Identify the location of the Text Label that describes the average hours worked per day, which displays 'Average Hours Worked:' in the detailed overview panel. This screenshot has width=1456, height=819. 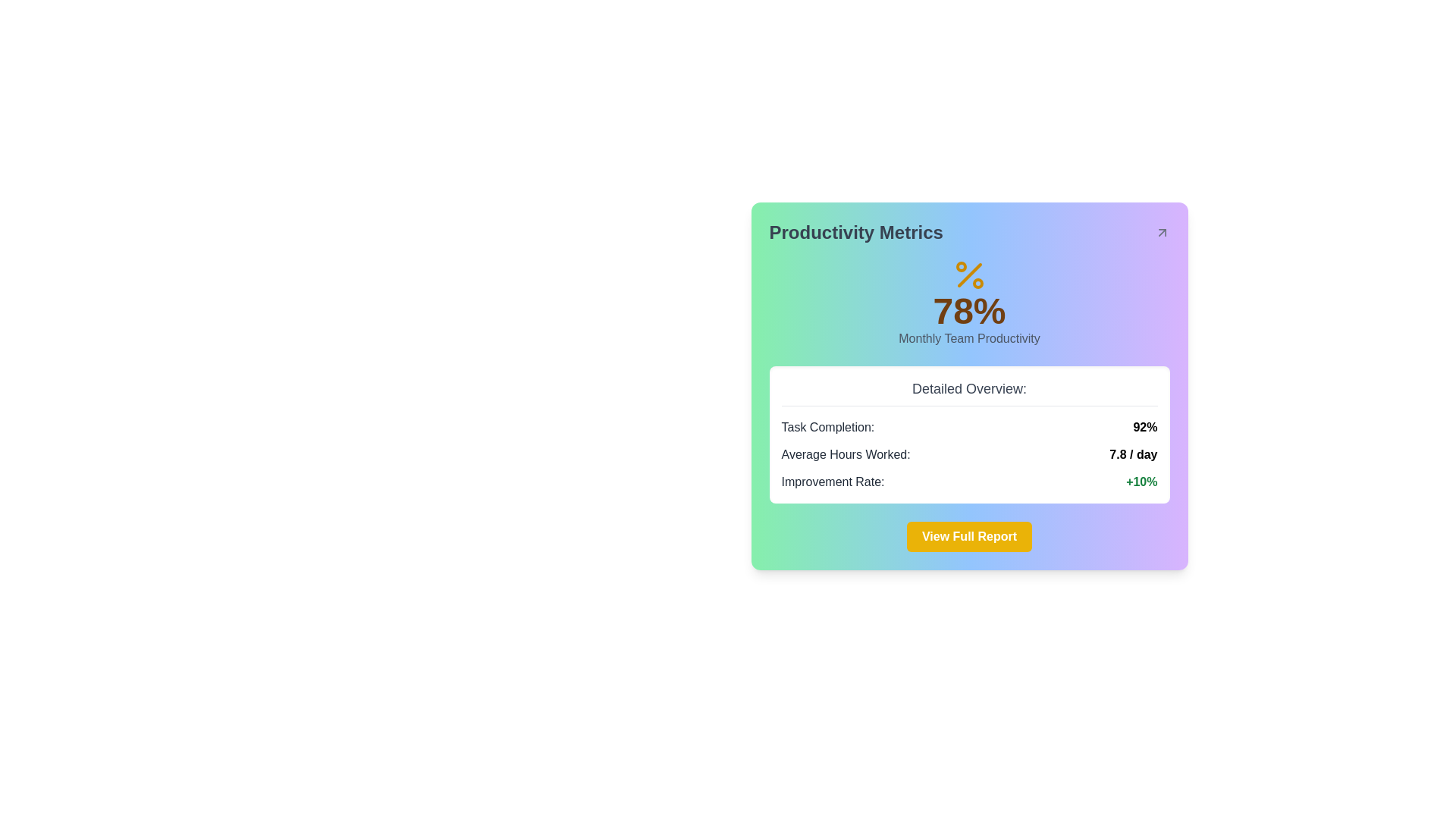
(845, 454).